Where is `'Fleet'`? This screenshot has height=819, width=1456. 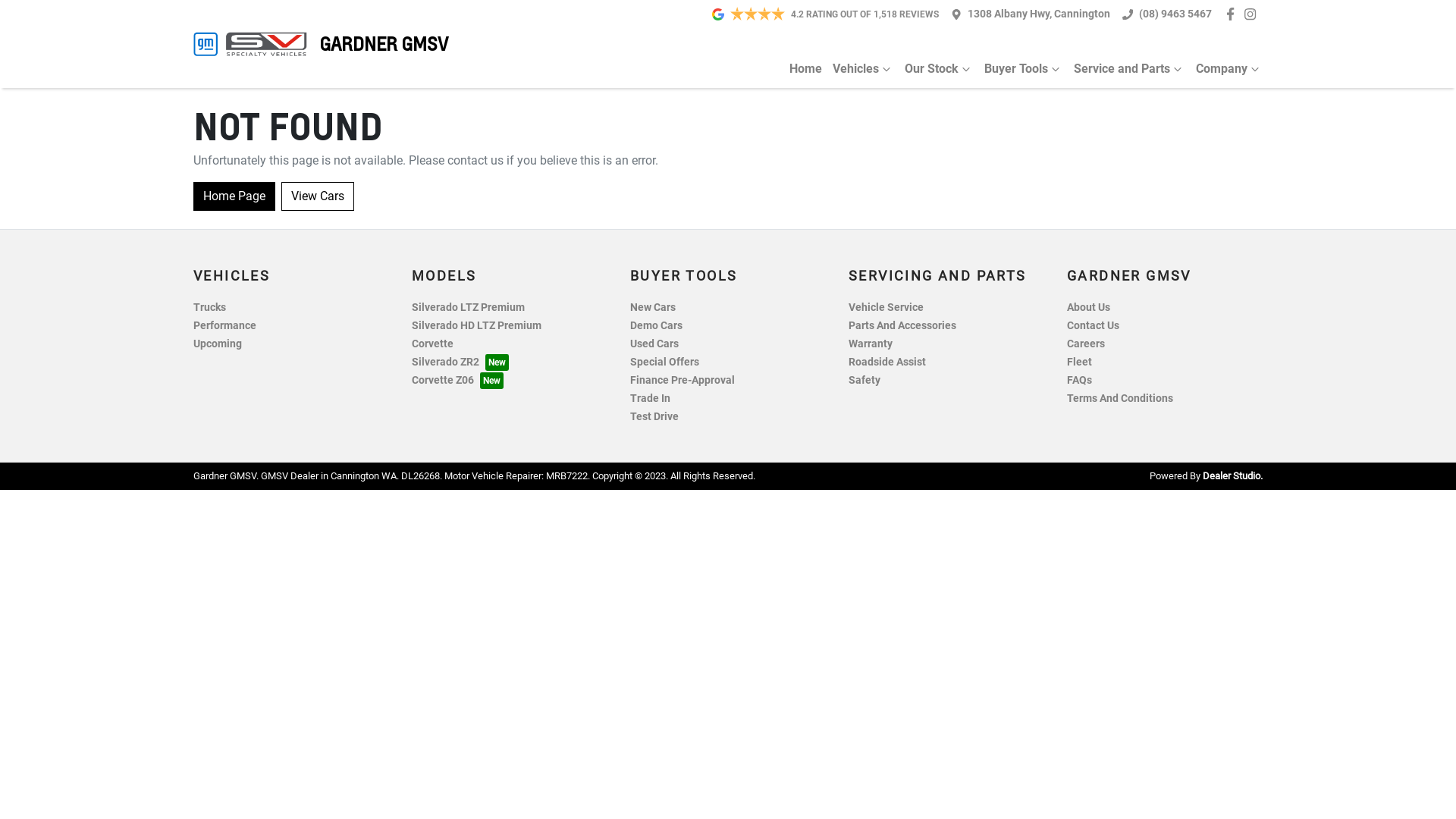 'Fleet' is located at coordinates (1065, 362).